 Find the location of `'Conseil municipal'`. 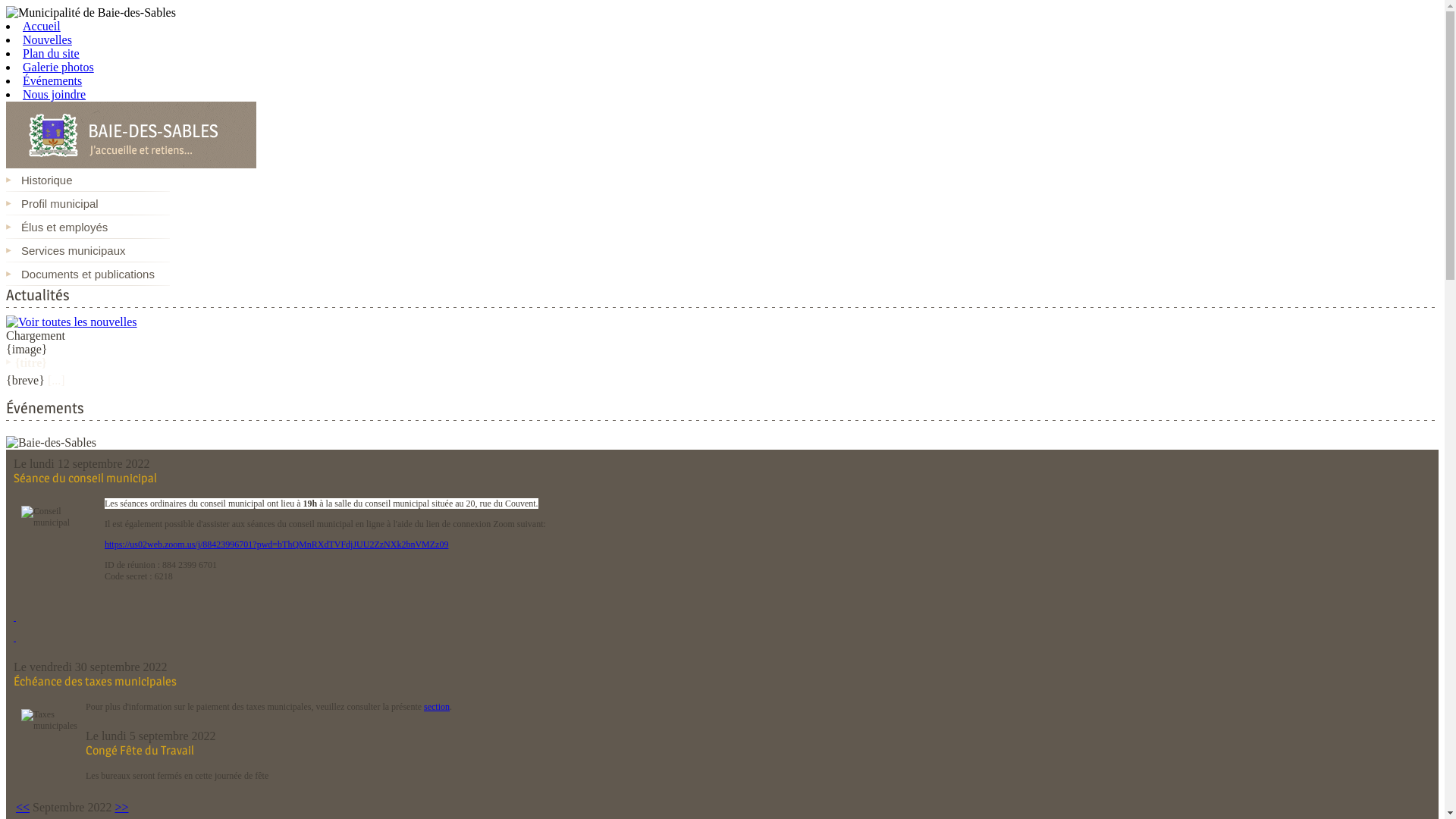

'Conseil municipal' is located at coordinates (58, 536).